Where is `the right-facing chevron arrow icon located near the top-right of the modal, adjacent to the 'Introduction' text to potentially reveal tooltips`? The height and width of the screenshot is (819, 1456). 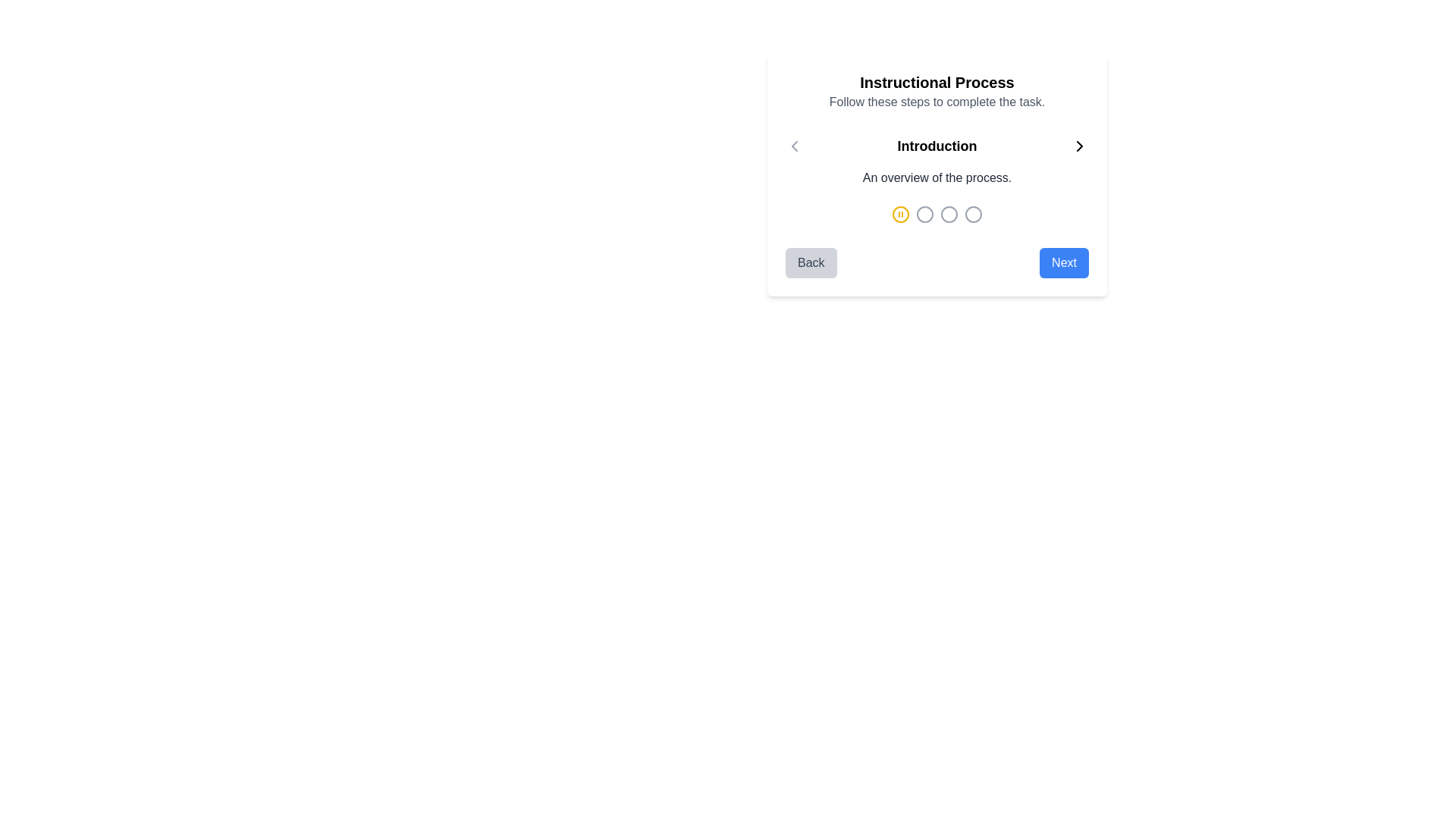 the right-facing chevron arrow icon located near the top-right of the modal, adjacent to the 'Introduction' text to potentially reveal tooltips is located at coordinates (1079, 146).